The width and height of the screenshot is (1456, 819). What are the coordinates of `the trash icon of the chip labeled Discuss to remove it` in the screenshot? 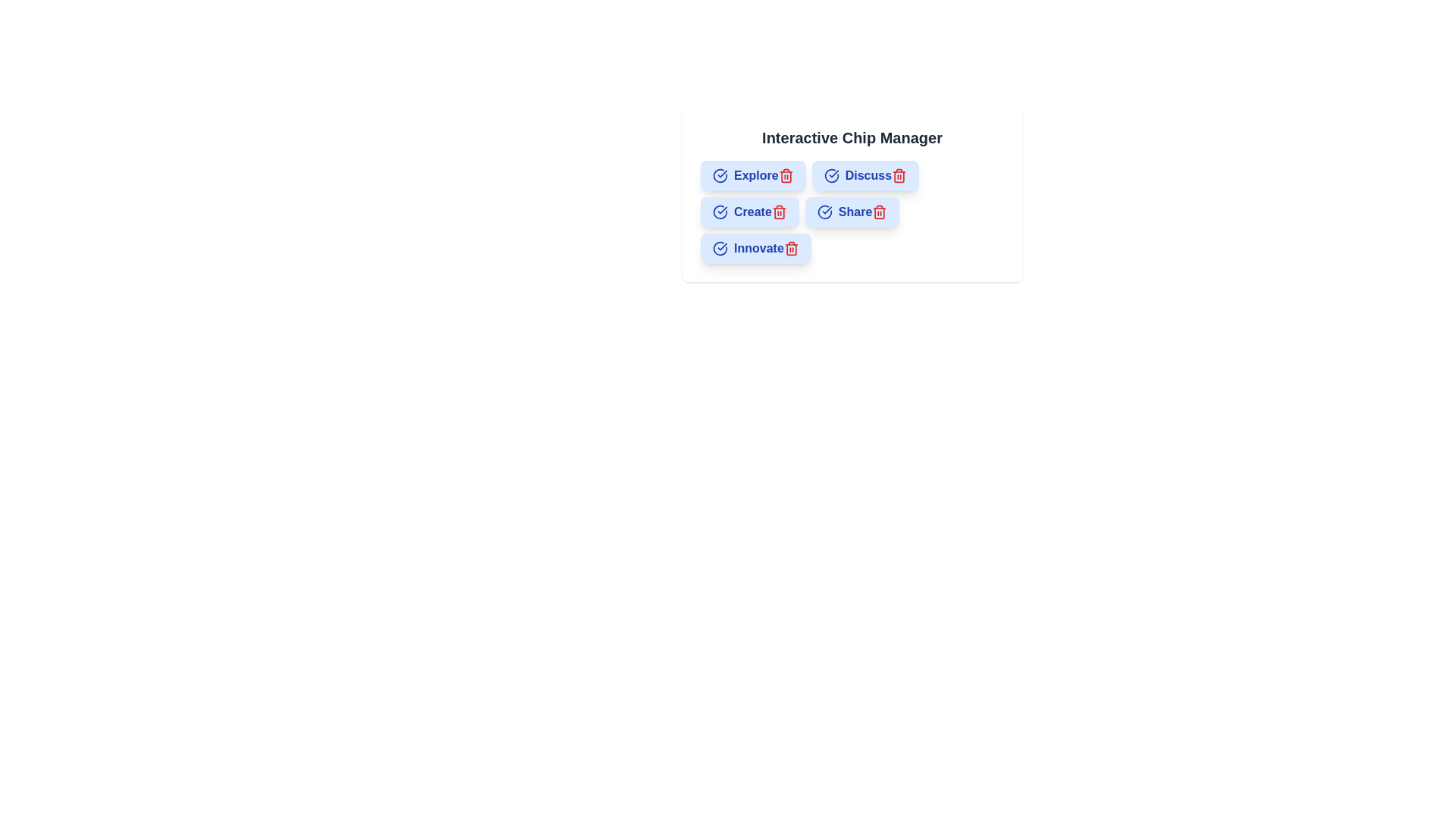 It's located at (899, 174).